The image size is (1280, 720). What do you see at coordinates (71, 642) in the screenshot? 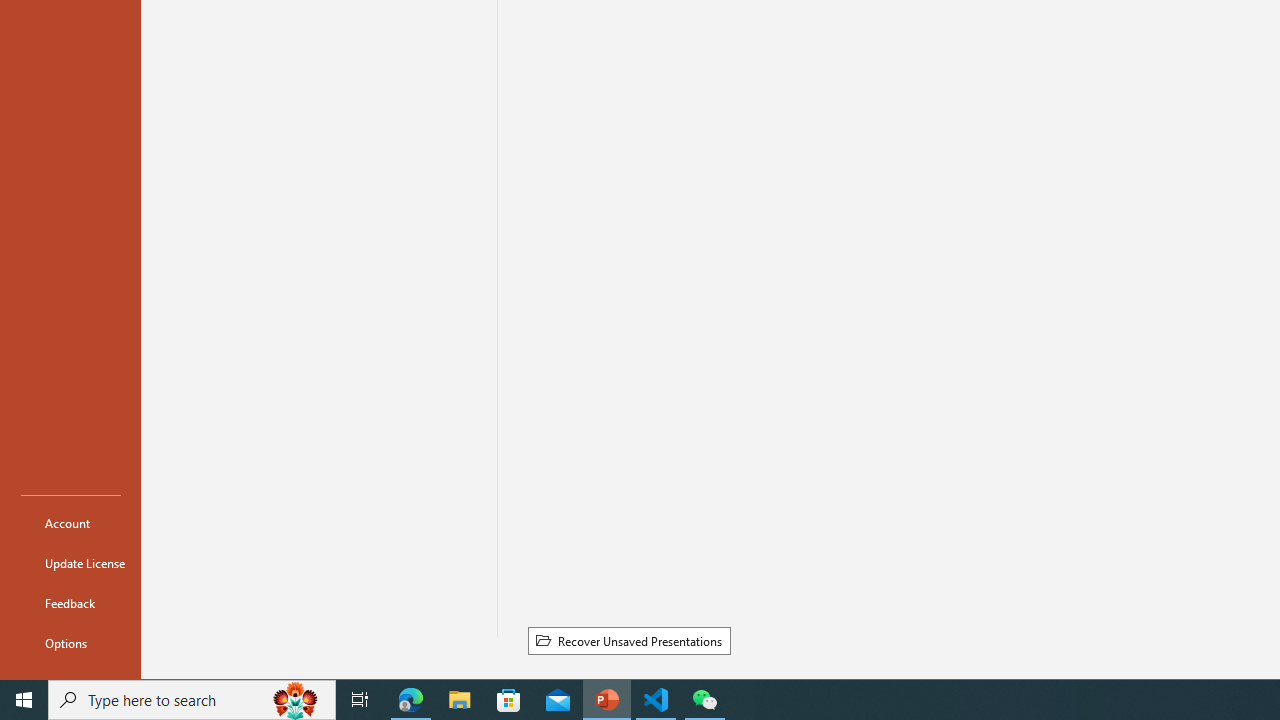
I see `'Options'` at bounding box center [71, 642].